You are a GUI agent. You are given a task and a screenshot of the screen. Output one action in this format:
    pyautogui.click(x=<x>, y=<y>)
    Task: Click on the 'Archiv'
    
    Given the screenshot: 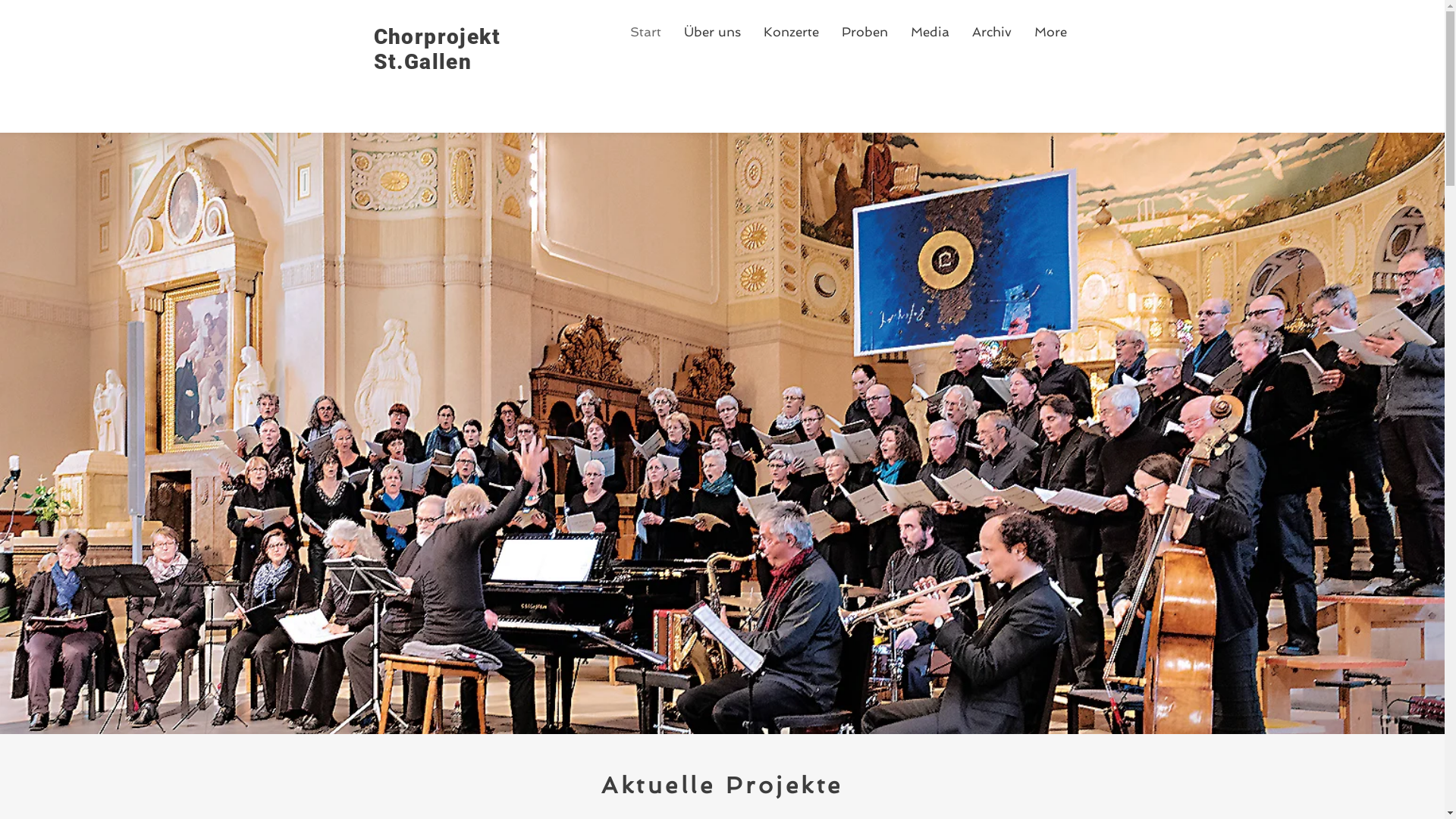 What is the action you would take?
    pyautogui.click(x=990, y=32)
    